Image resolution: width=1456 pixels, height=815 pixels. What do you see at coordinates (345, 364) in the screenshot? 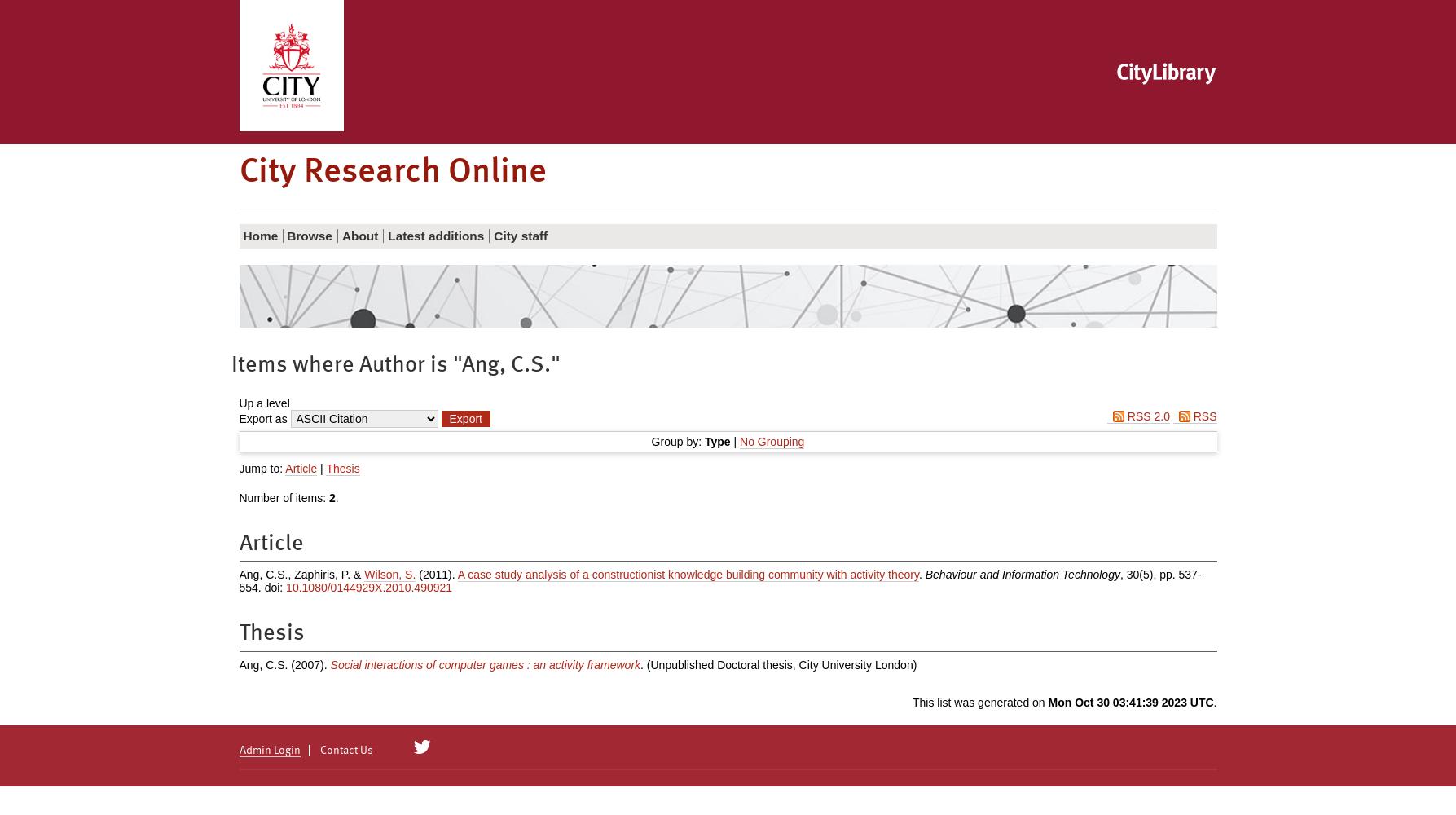
I see `'Items where Author is "'` at bounding box center [345, 364].